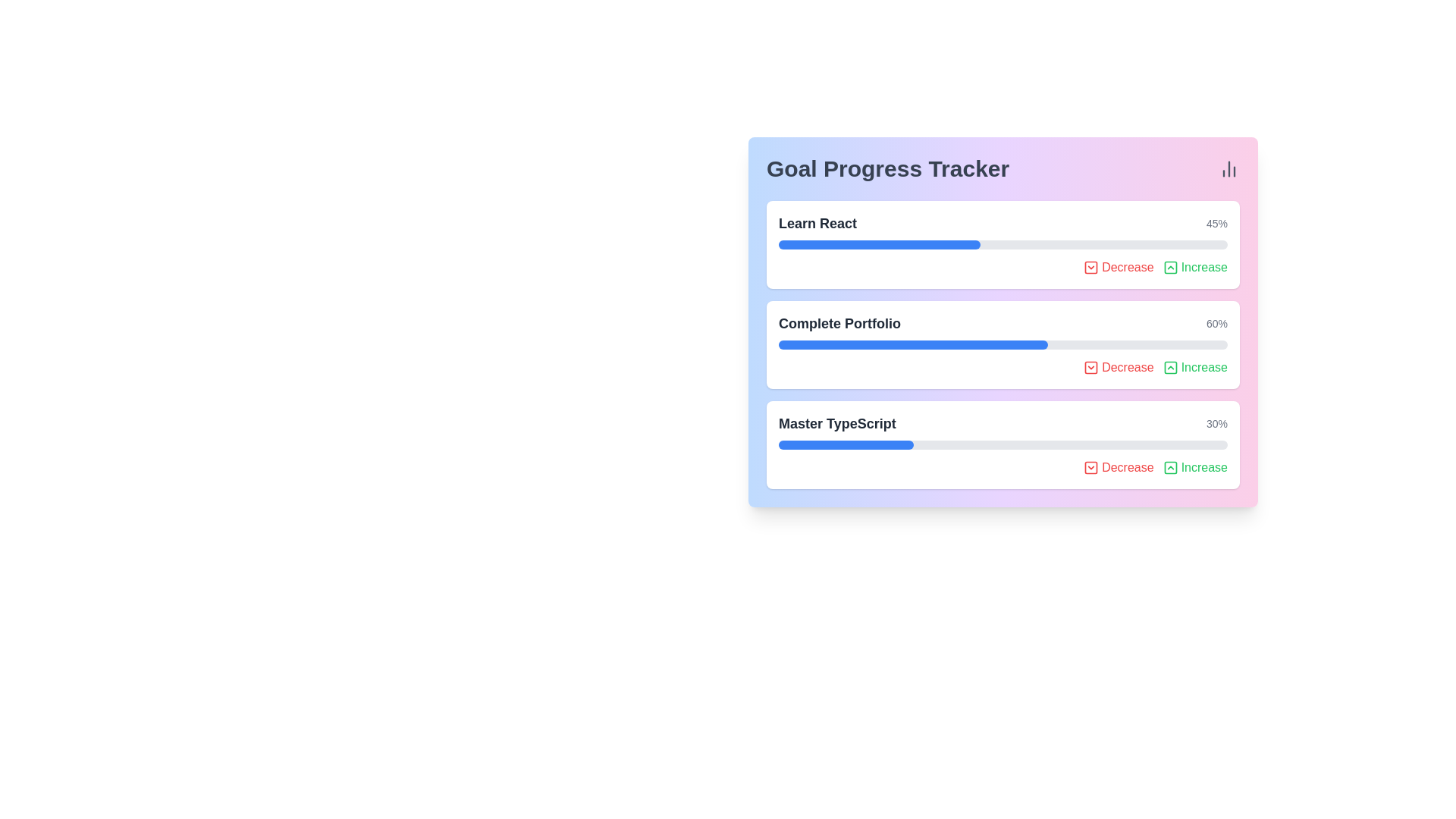 This screenshot has width=1456, height=819. I want to click on the static textual element that shows the numerical progress indicator, located at the bottom row of the vertically aligned list within the card-like component, to the far right of the row labeled 'Master TypeScript.', so click(1216, 424).